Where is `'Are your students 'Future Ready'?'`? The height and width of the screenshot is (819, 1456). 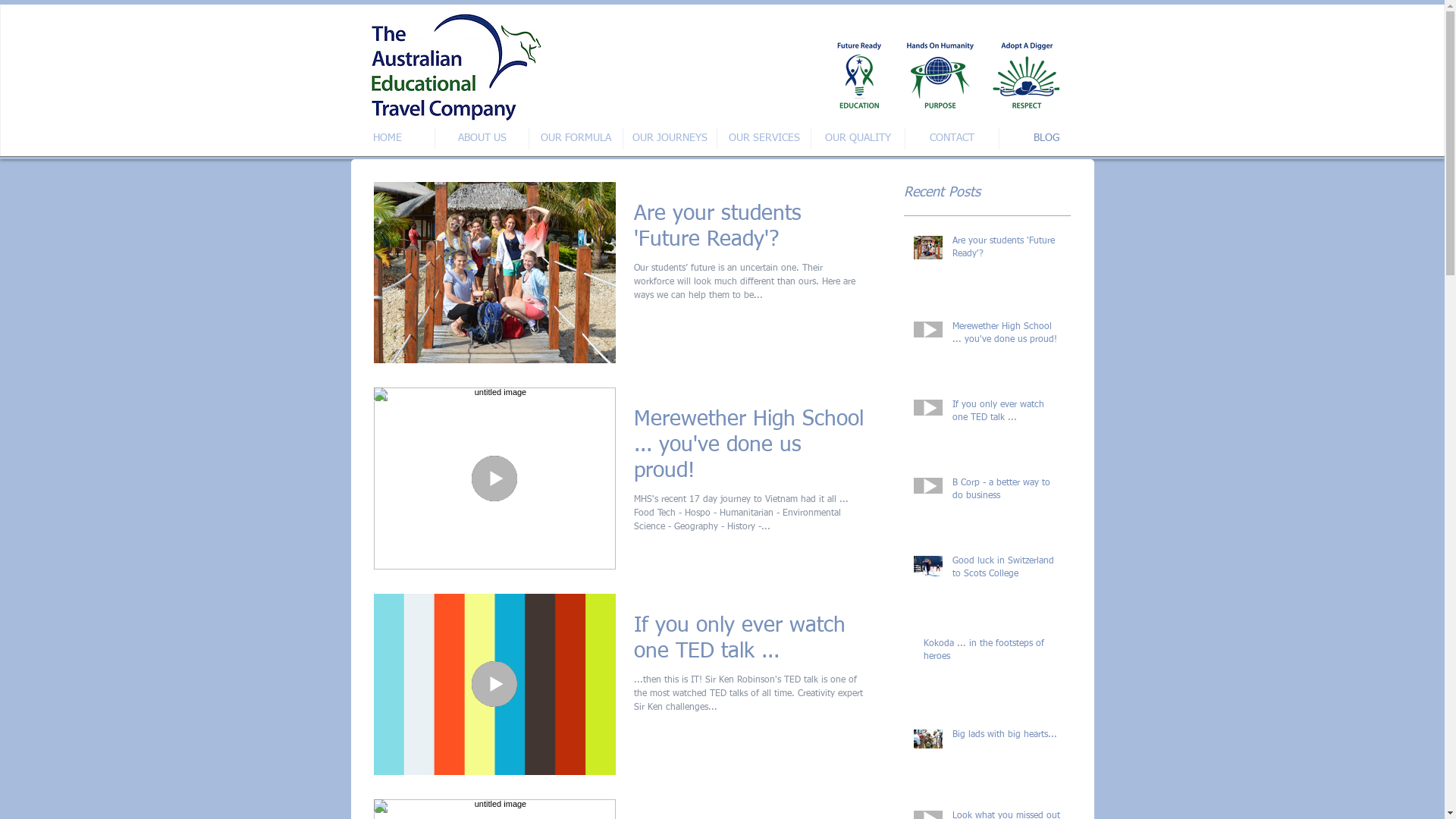 'Are your students 'Future Ready'?' is located at coordinates (1007, 250).